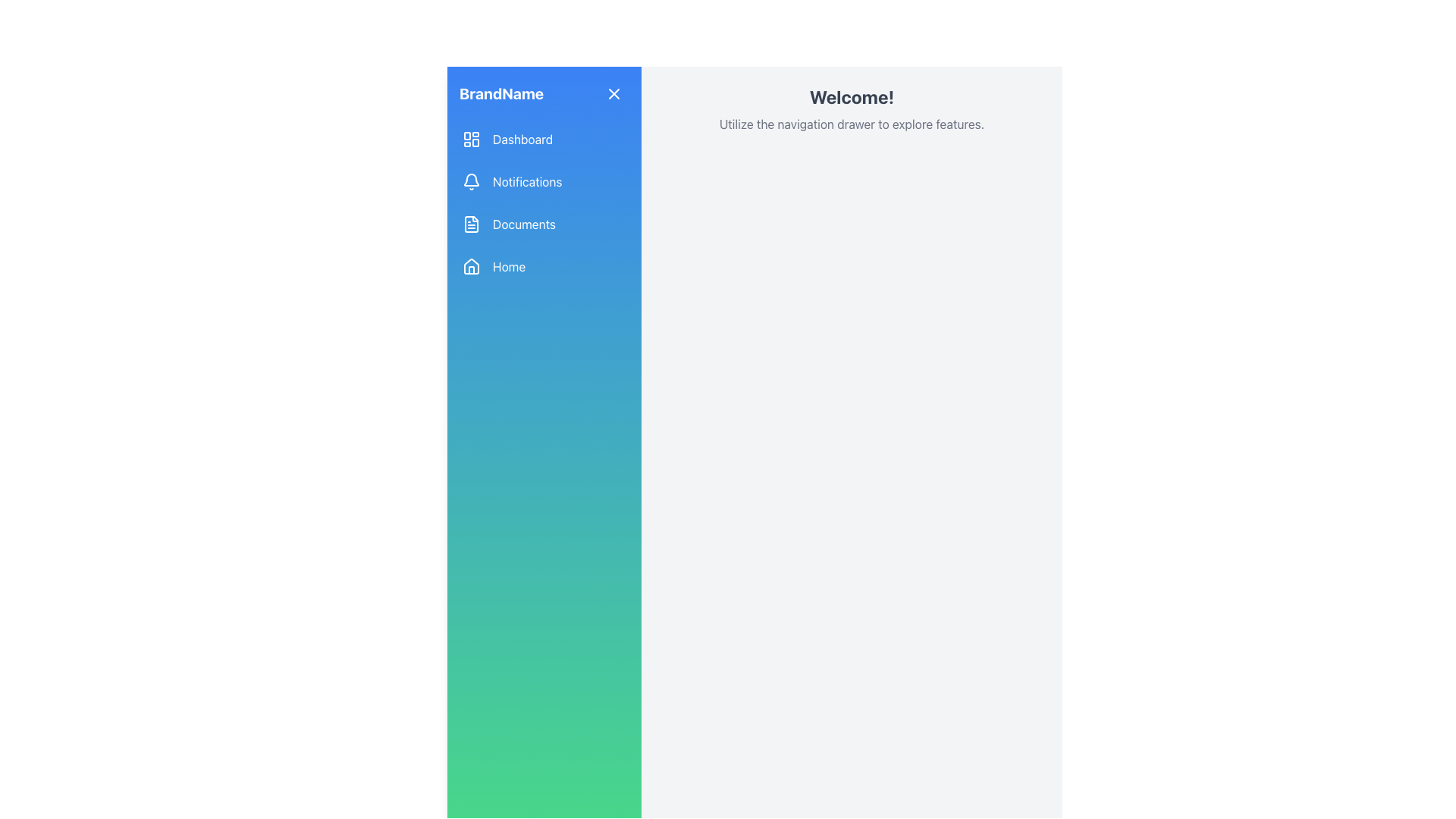 The image size is (1456, 819). I want to click on the blue square icon with a grid pattern located in the left sidebar menu next to the 'Dashboard' text label, so click(471, 140).